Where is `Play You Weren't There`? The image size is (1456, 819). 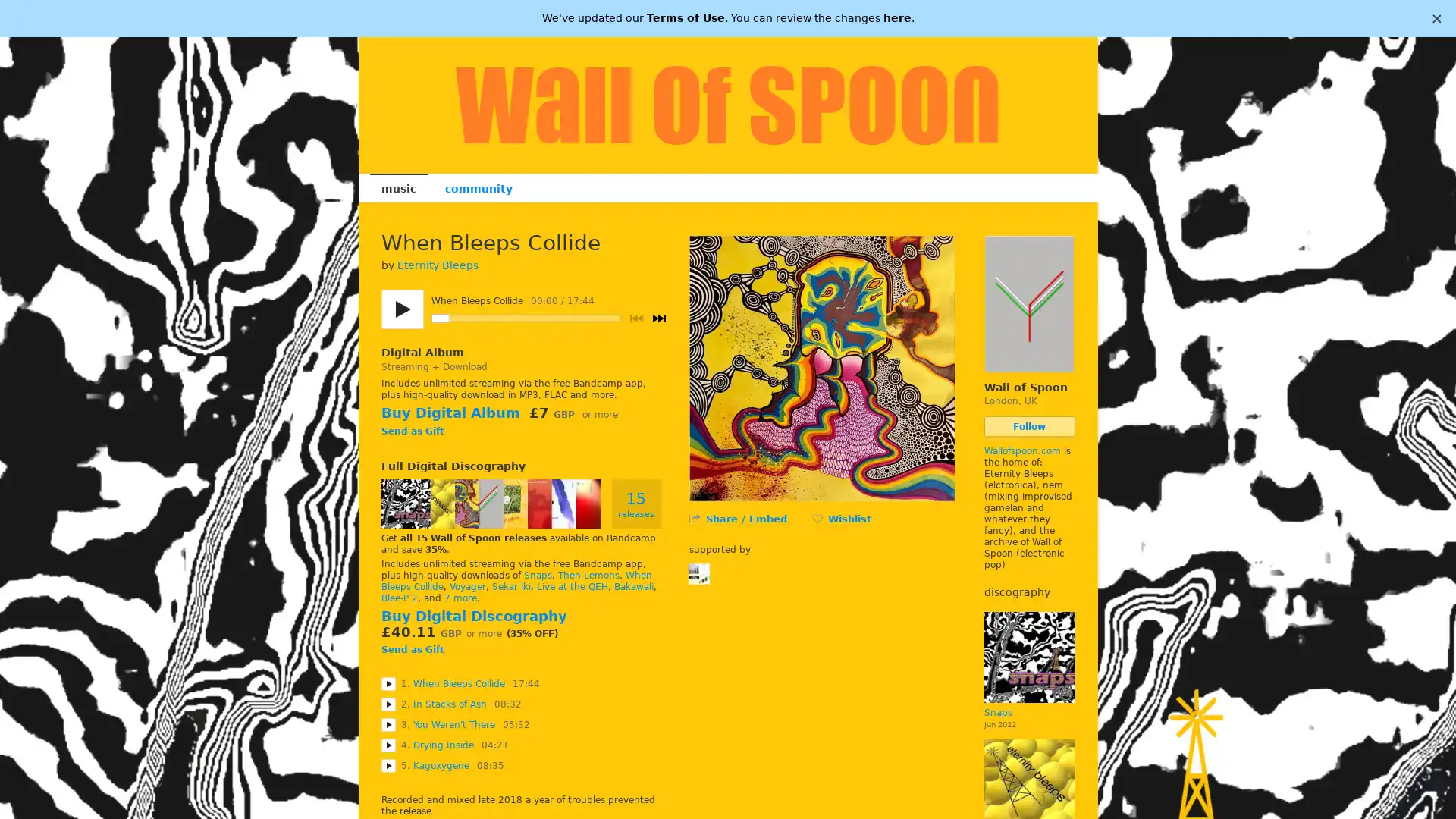 Play You Weren't There is located at coordinates (388, 723).